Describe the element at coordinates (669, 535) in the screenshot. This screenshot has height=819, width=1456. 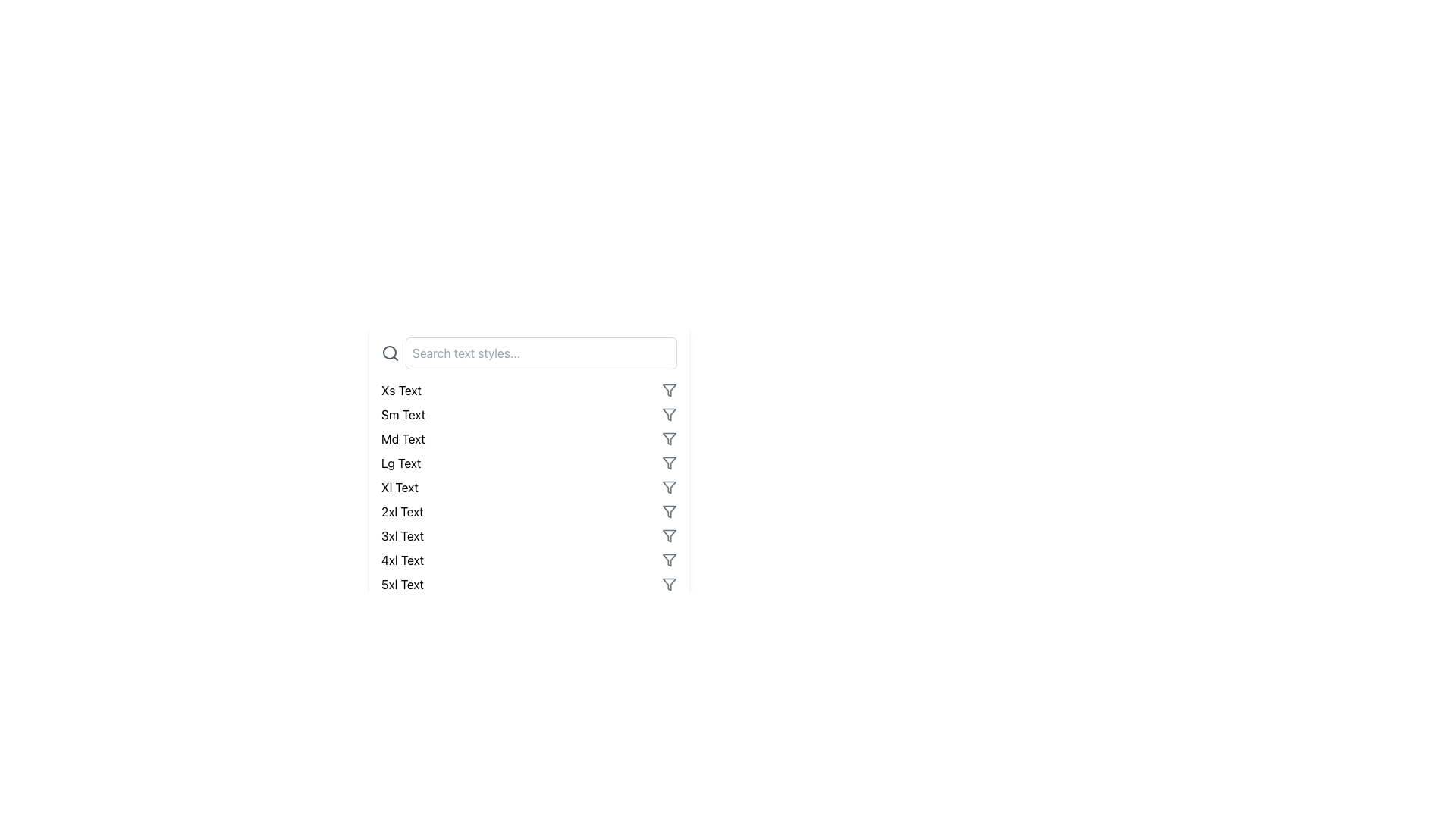
I see `the filter icon shaped like an inverted triangle with a vertical line extending from its bottom tip, located next to the '3xl Text' label, to apply filters` at that location.